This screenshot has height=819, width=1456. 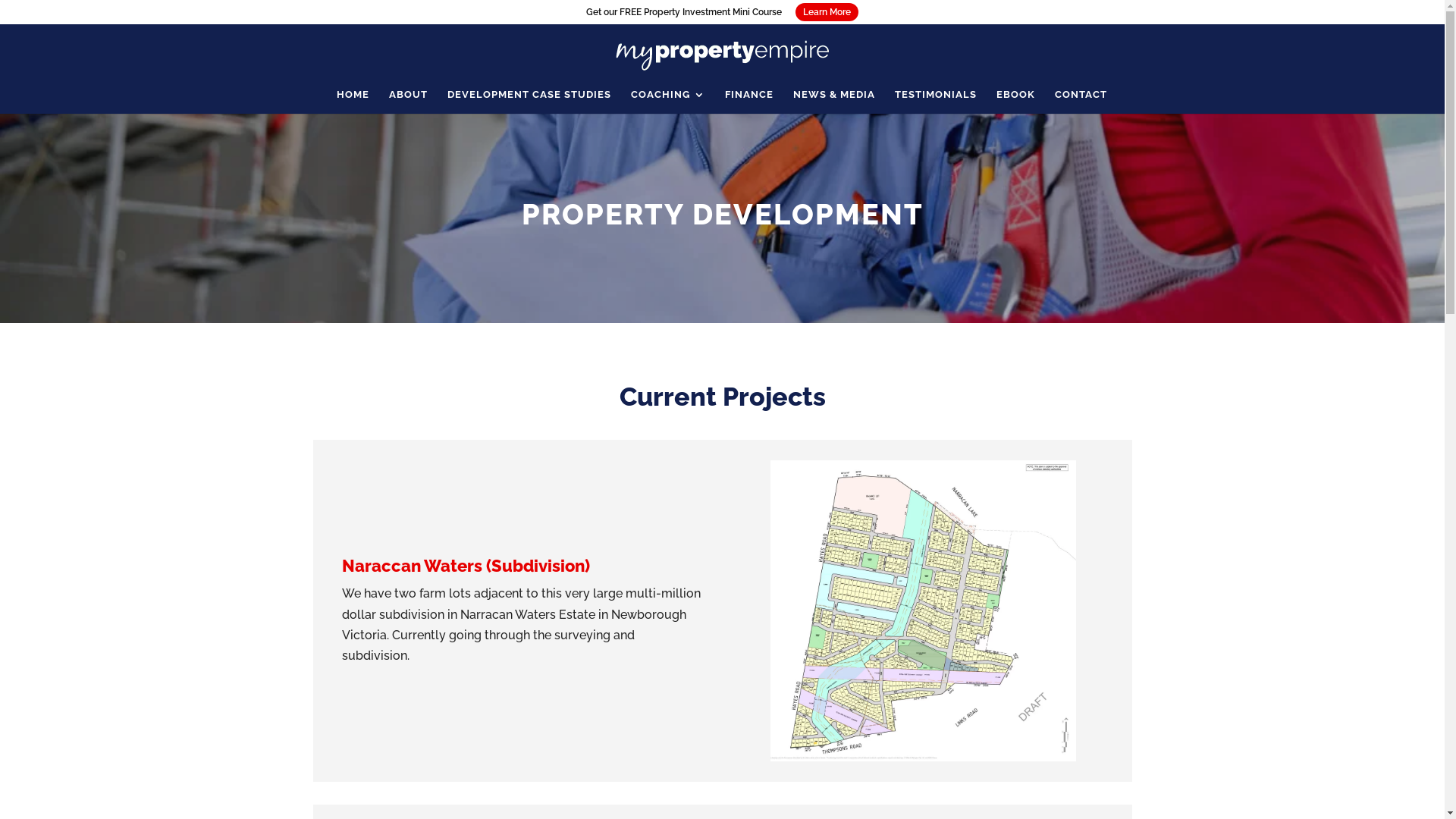 I want to click on 'COACHING', so click(x=630, y=102).